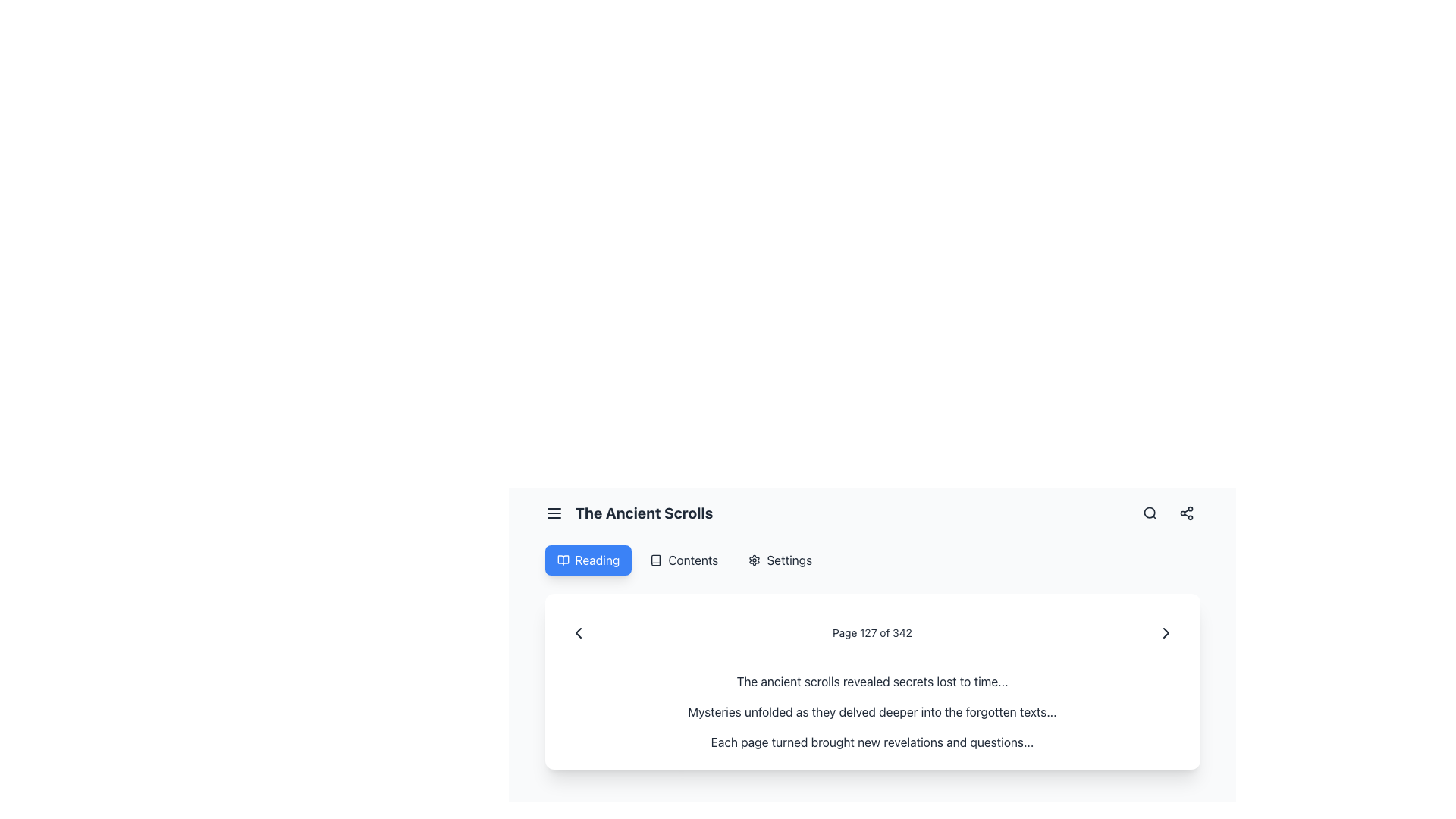 This screenshot has height=819, width=1456. I want to click on the right-facing chevron icon located at the top-right corner of the card element displaying page information, so click(1166, 632).